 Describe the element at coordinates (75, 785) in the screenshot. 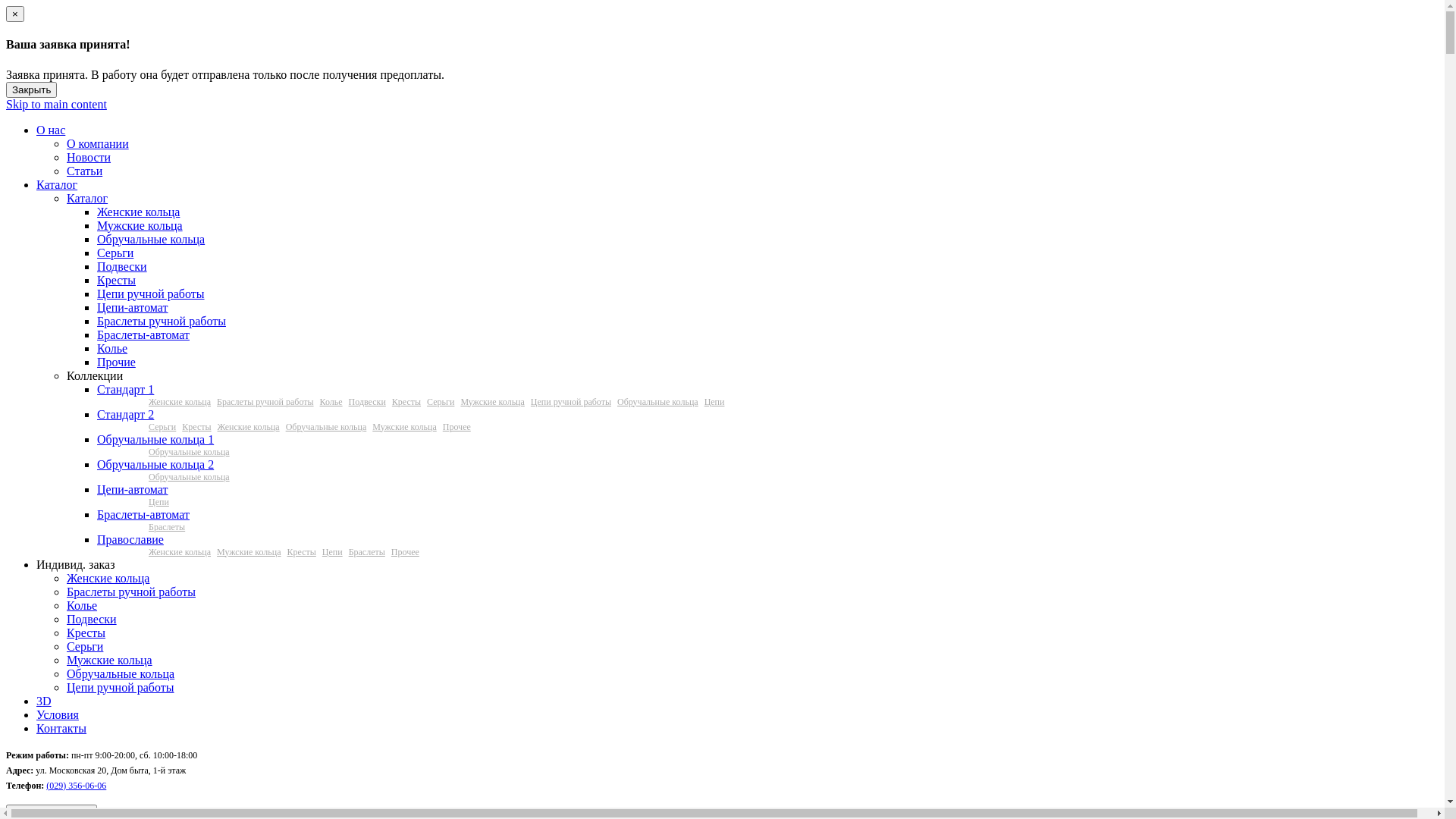

I see `'(029) 356-06-06'` at that location.